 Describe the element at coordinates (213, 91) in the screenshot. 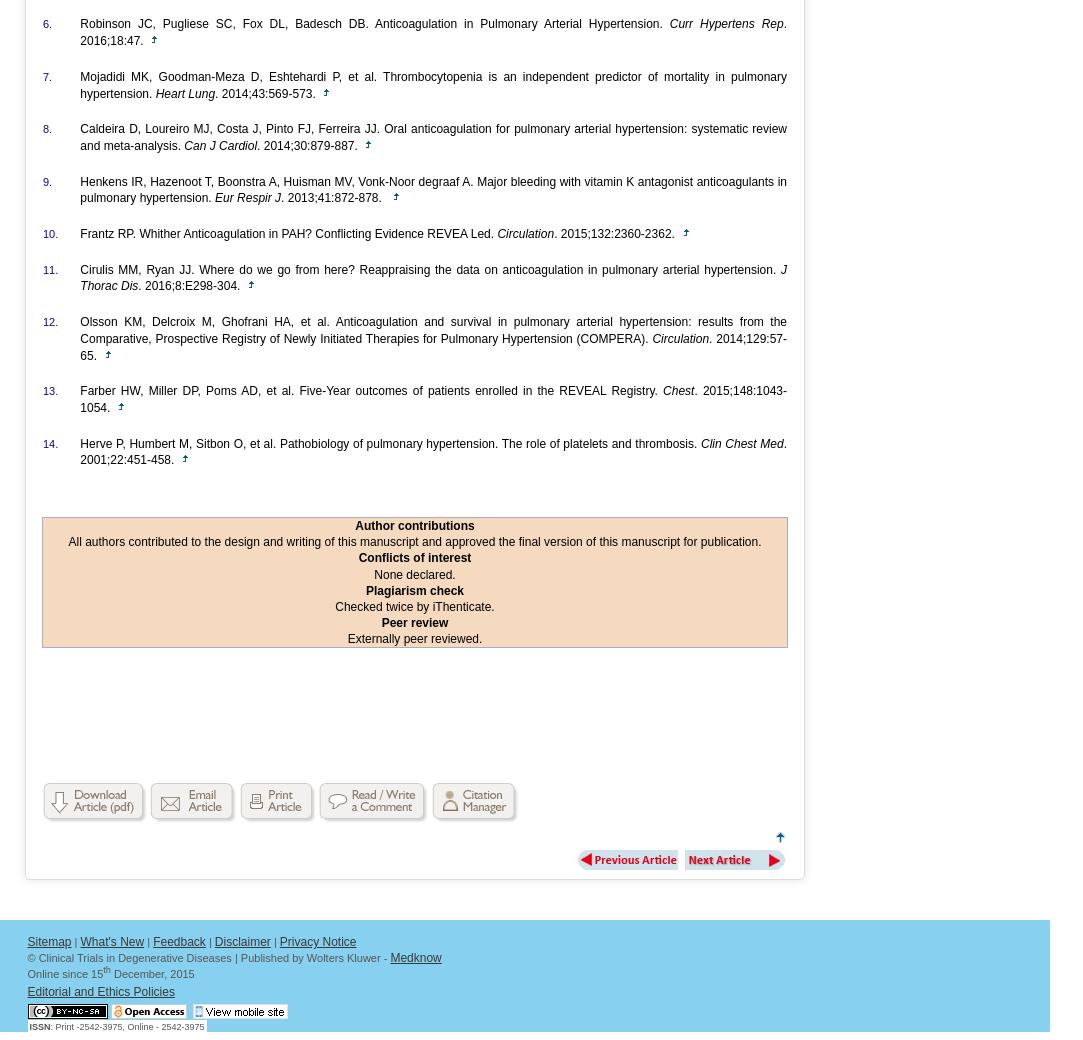

I see `'. 2014;43:569-573.'` at that location.